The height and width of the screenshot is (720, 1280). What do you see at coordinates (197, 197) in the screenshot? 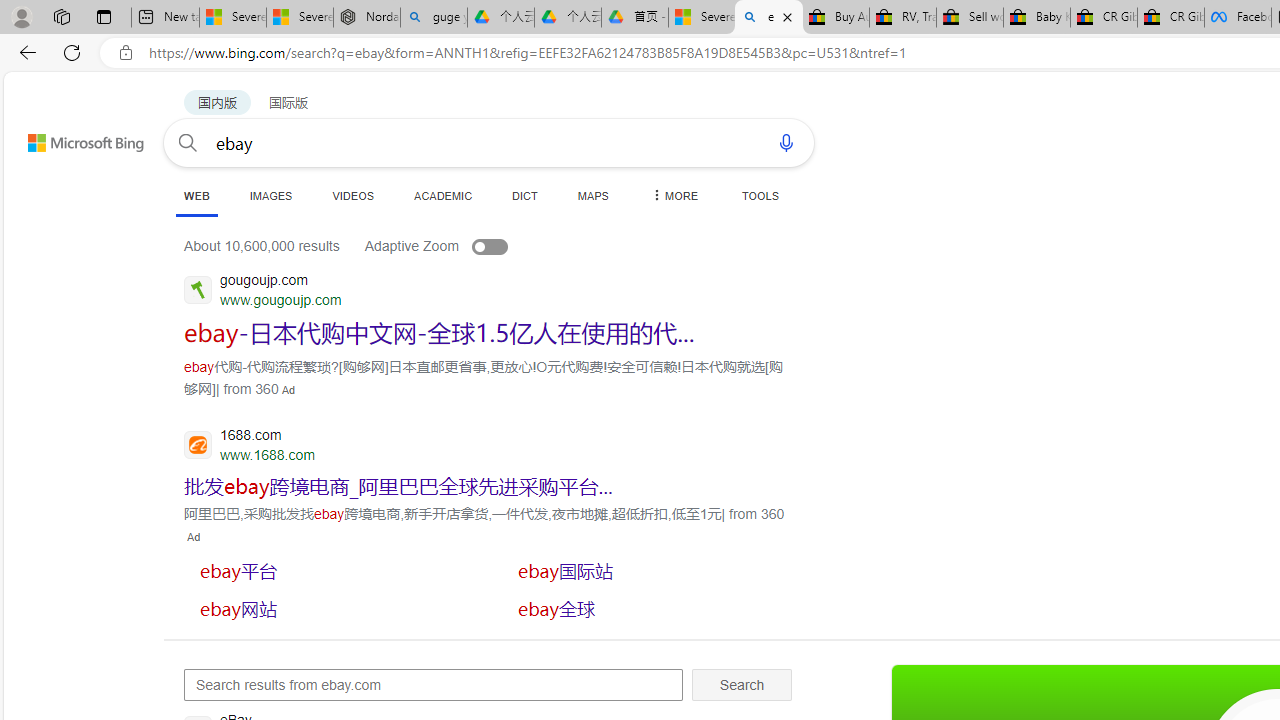
I see `'WEB'` at bounding box center [197, 197].